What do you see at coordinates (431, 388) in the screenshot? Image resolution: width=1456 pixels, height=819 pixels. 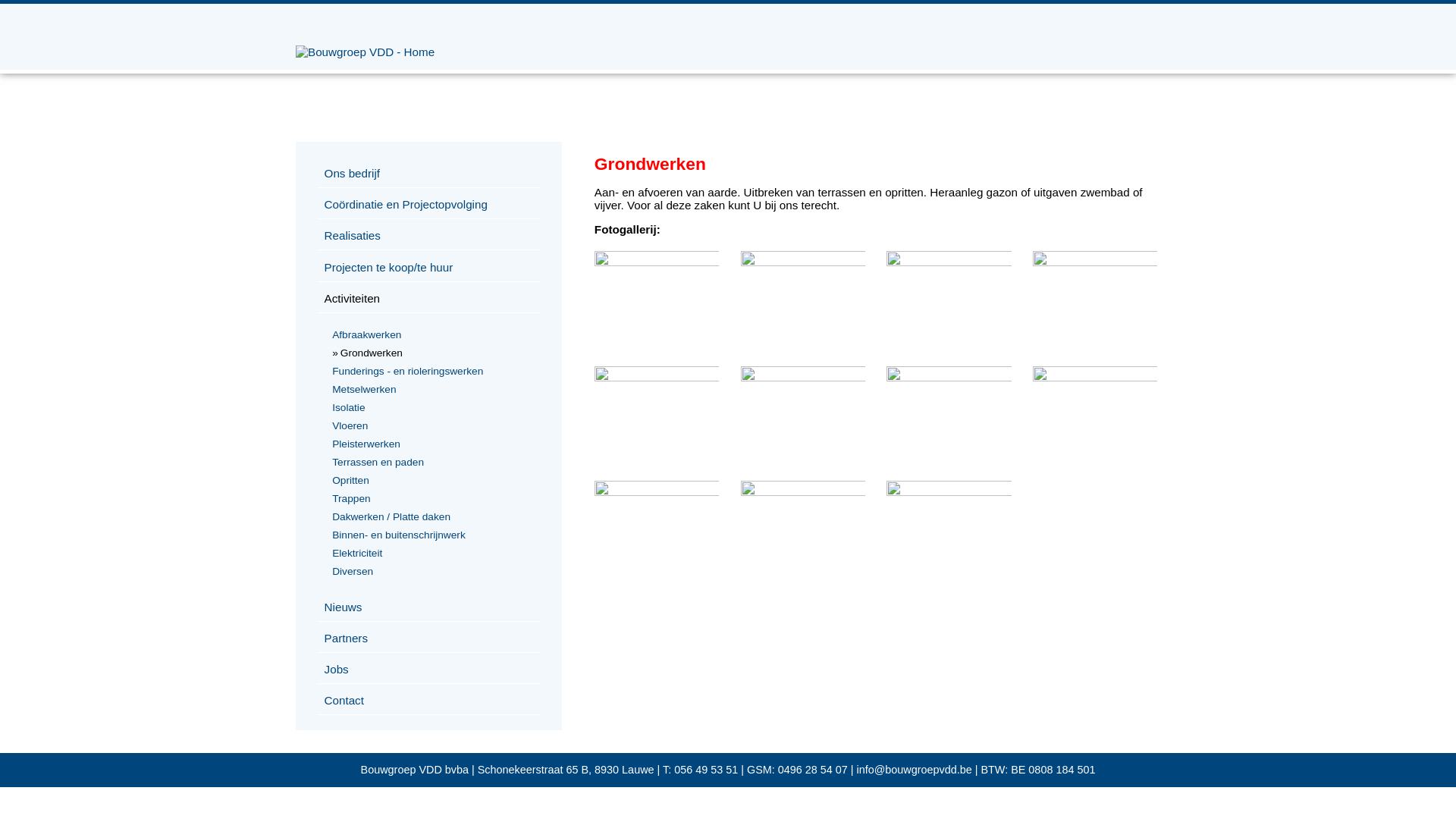 I see `'Metselwerken'` at bounding box center [431, 388].